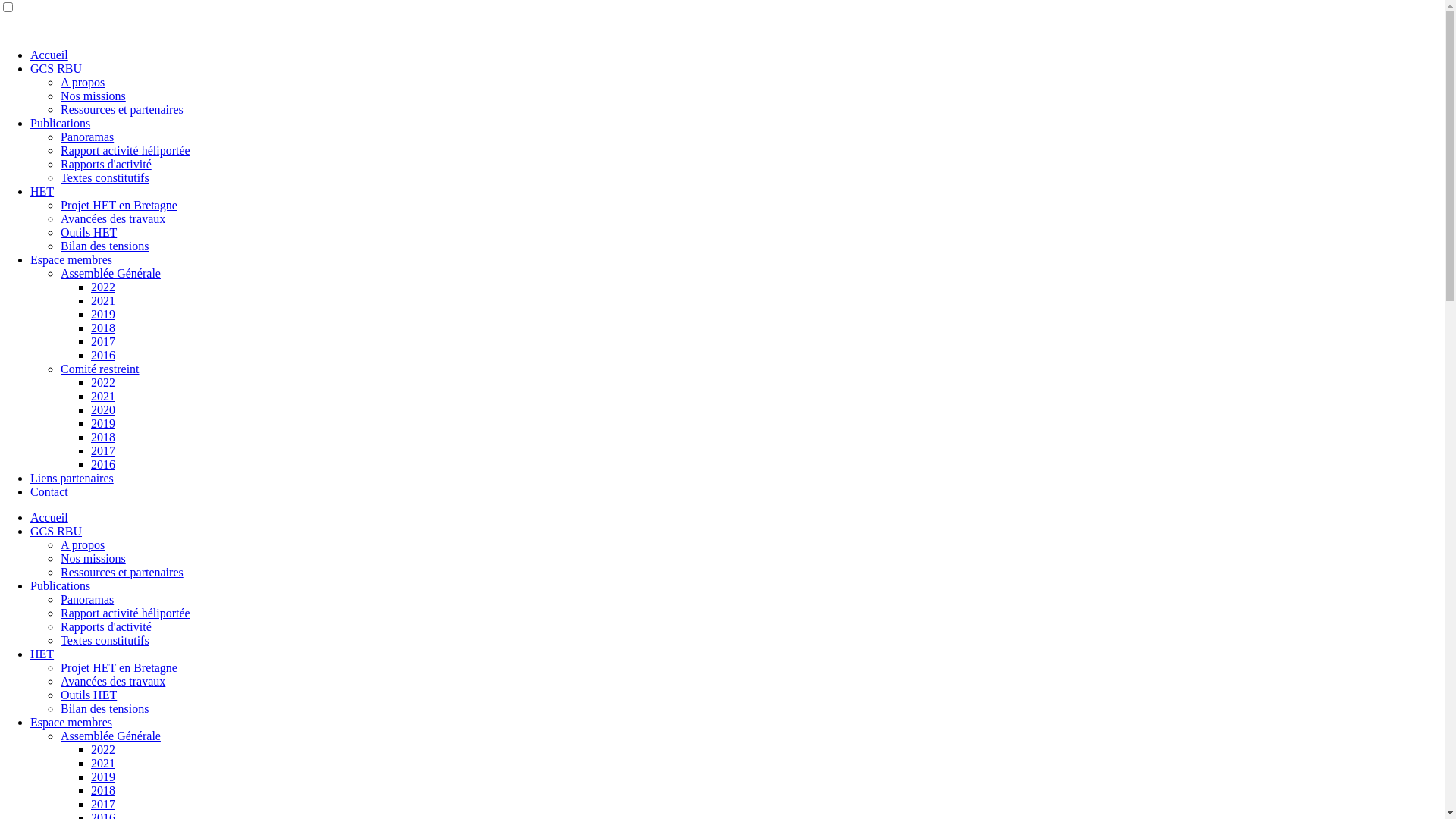 The image size is (1456, 819). I want to click on '2022', so click(102, 287).